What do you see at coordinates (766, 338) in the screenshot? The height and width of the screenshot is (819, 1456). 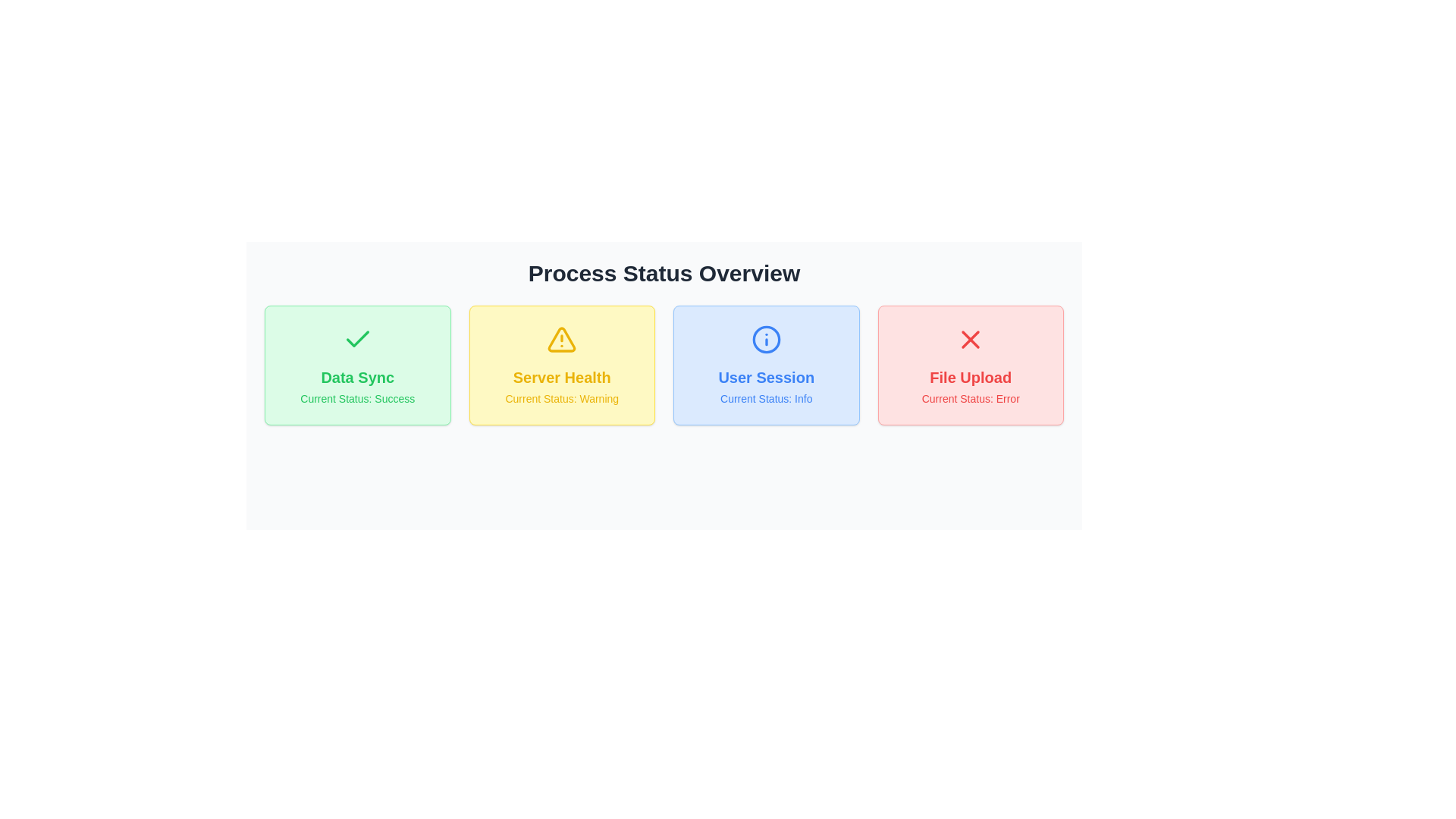 I see `the circular outline enclosing the 'i' icon within the 'User Session' card, which is labeled with 'User Session' and 'Current Status: Info'` at bounding box center [766, 338].